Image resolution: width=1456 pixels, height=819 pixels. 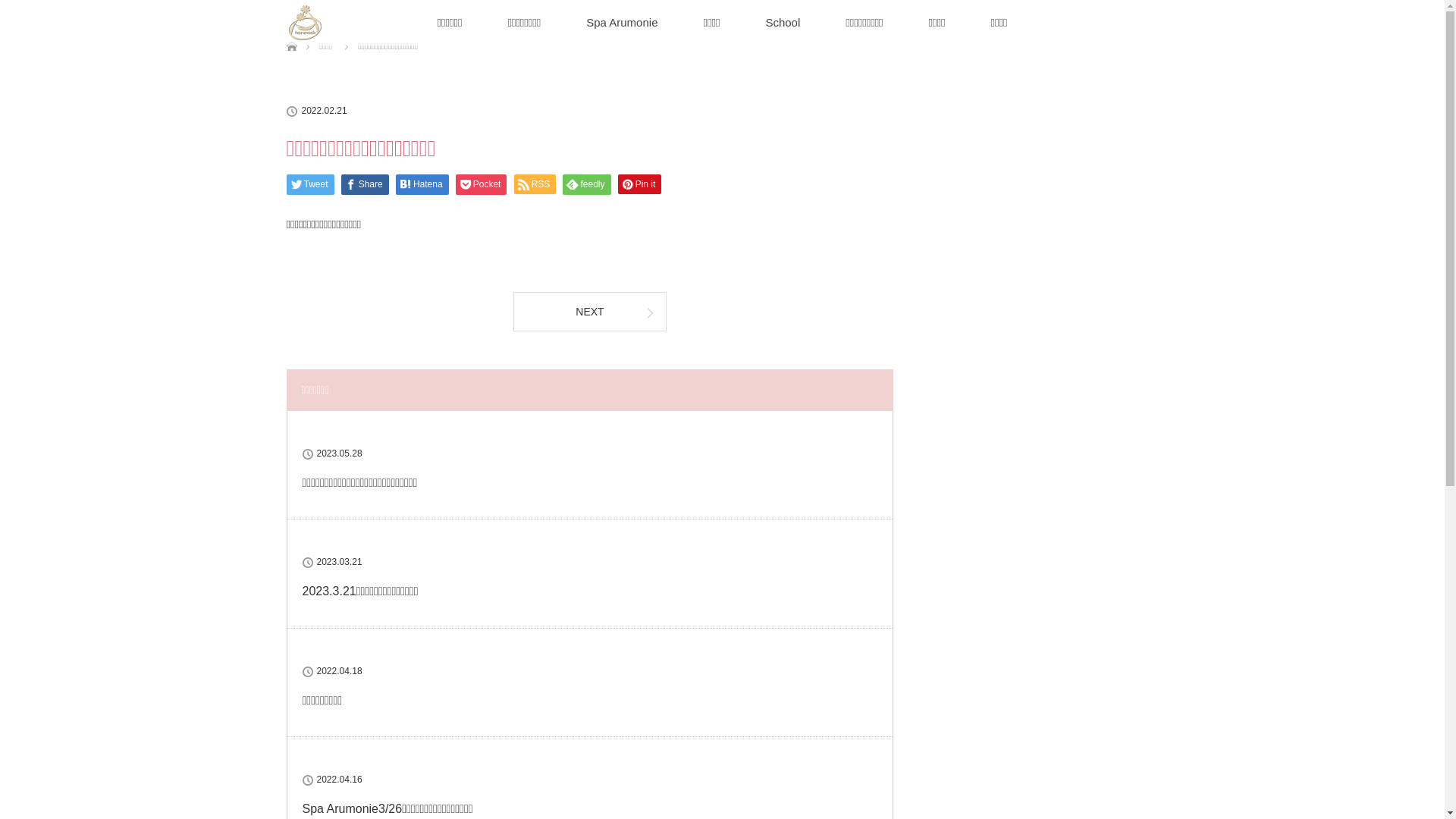 I want to click on 'Share', so click(x=365, y=184).